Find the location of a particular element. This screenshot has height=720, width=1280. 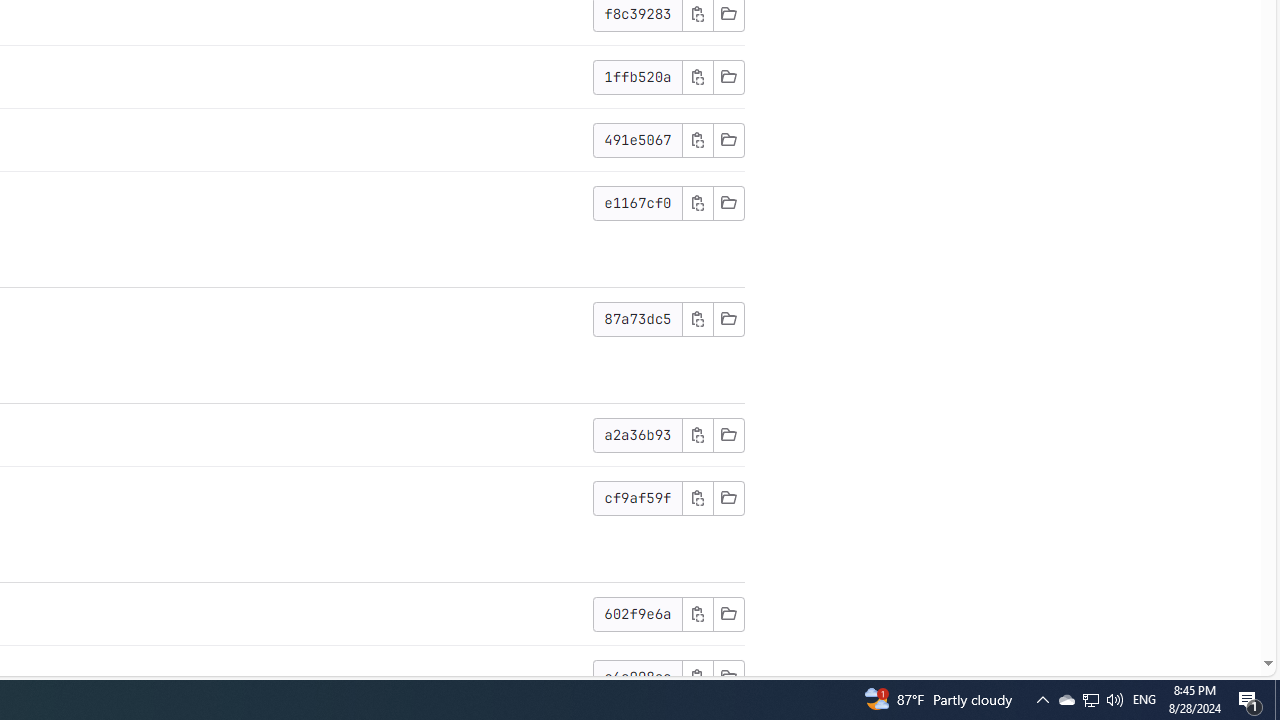

'Class: s16 gl-icon gl-button-icon ' is located at coordinates (697, 675).